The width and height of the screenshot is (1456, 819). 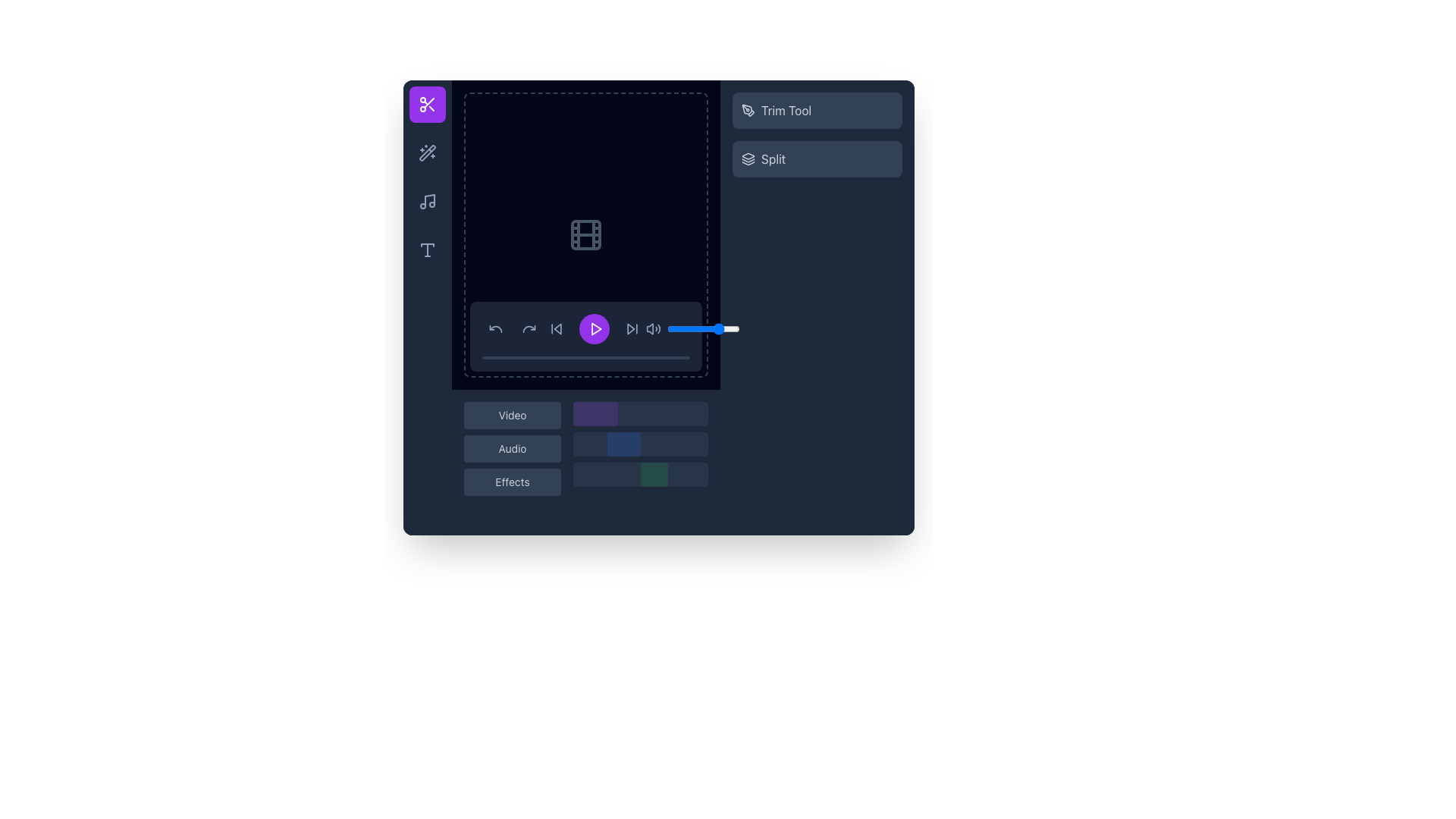 What do you see at coordinates (748, 110) in the screenshot?
I see `the 'Trim Tool' button, which contains a vector graphic icon on its left side` at bounding box center [748, 110].